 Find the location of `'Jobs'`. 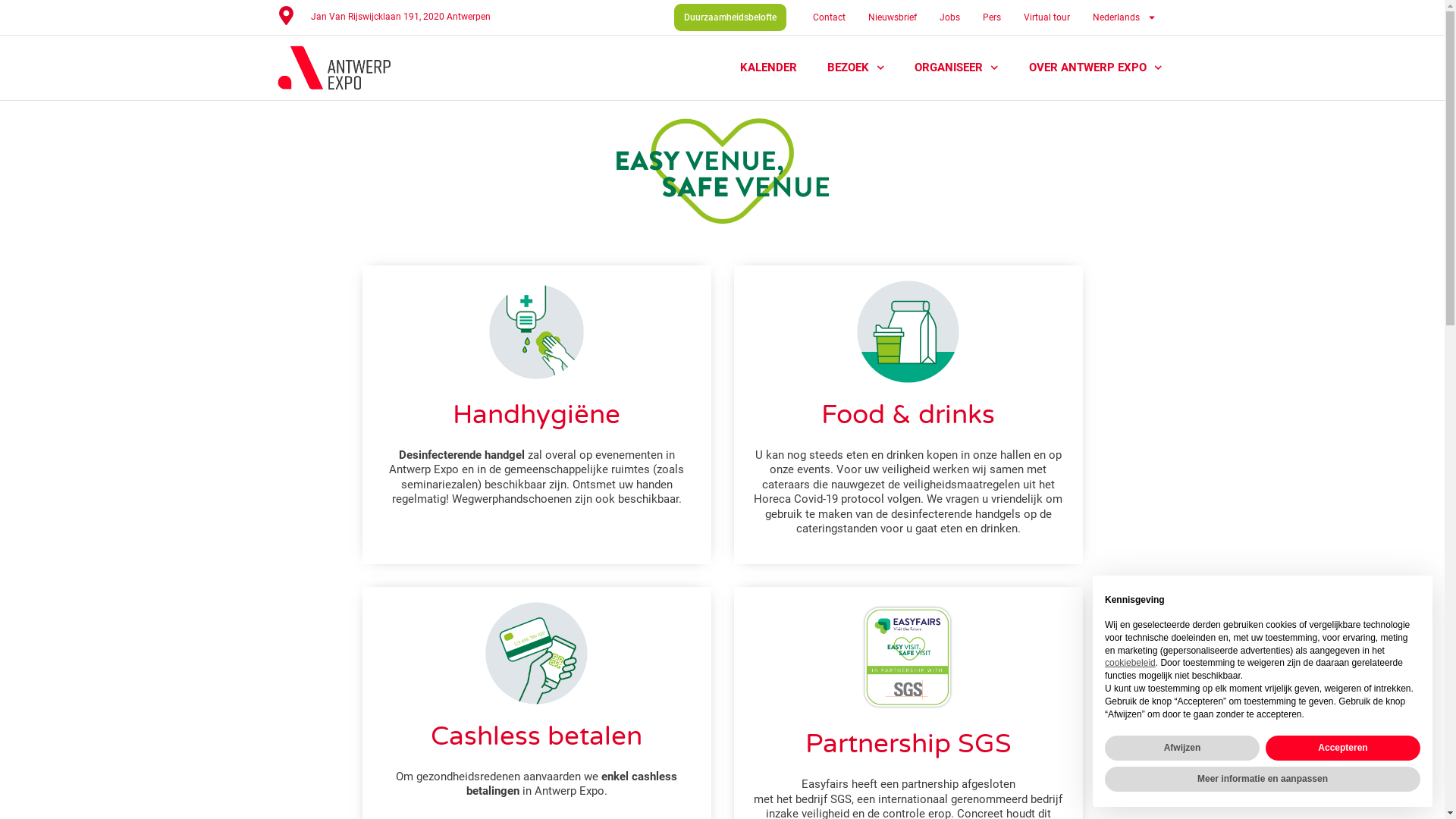

'Jobs' is located at coordinates (949, 17).